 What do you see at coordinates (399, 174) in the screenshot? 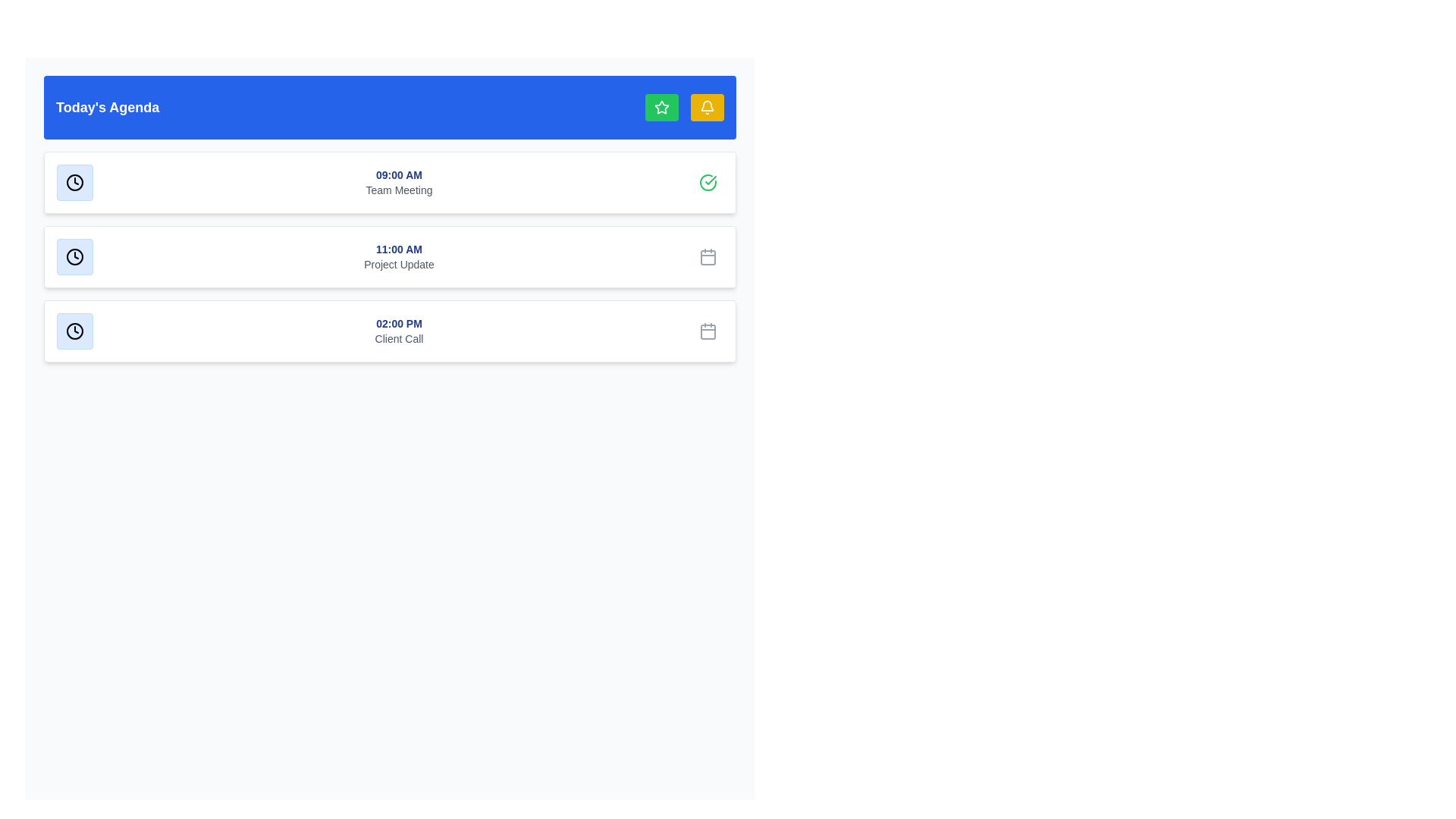
I see `time displayed in the text label showing '09:00 AM', which is styled in bold blue and is positioned above the 'Team Meeting' label in the agenda item block` at bounding box center [399, 174].